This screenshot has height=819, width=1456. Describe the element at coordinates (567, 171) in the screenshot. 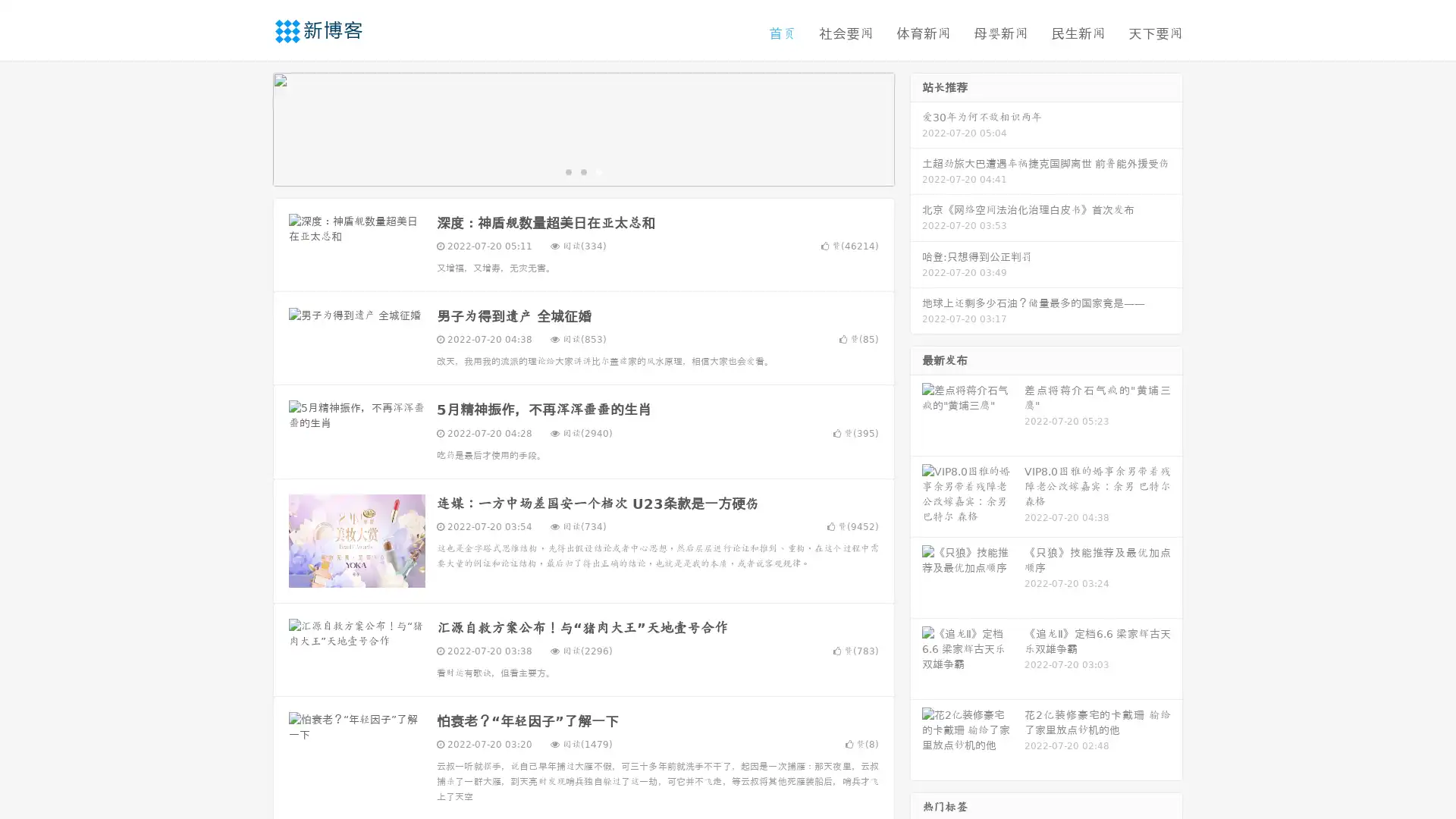

I see `Go to slide 1` at that location.